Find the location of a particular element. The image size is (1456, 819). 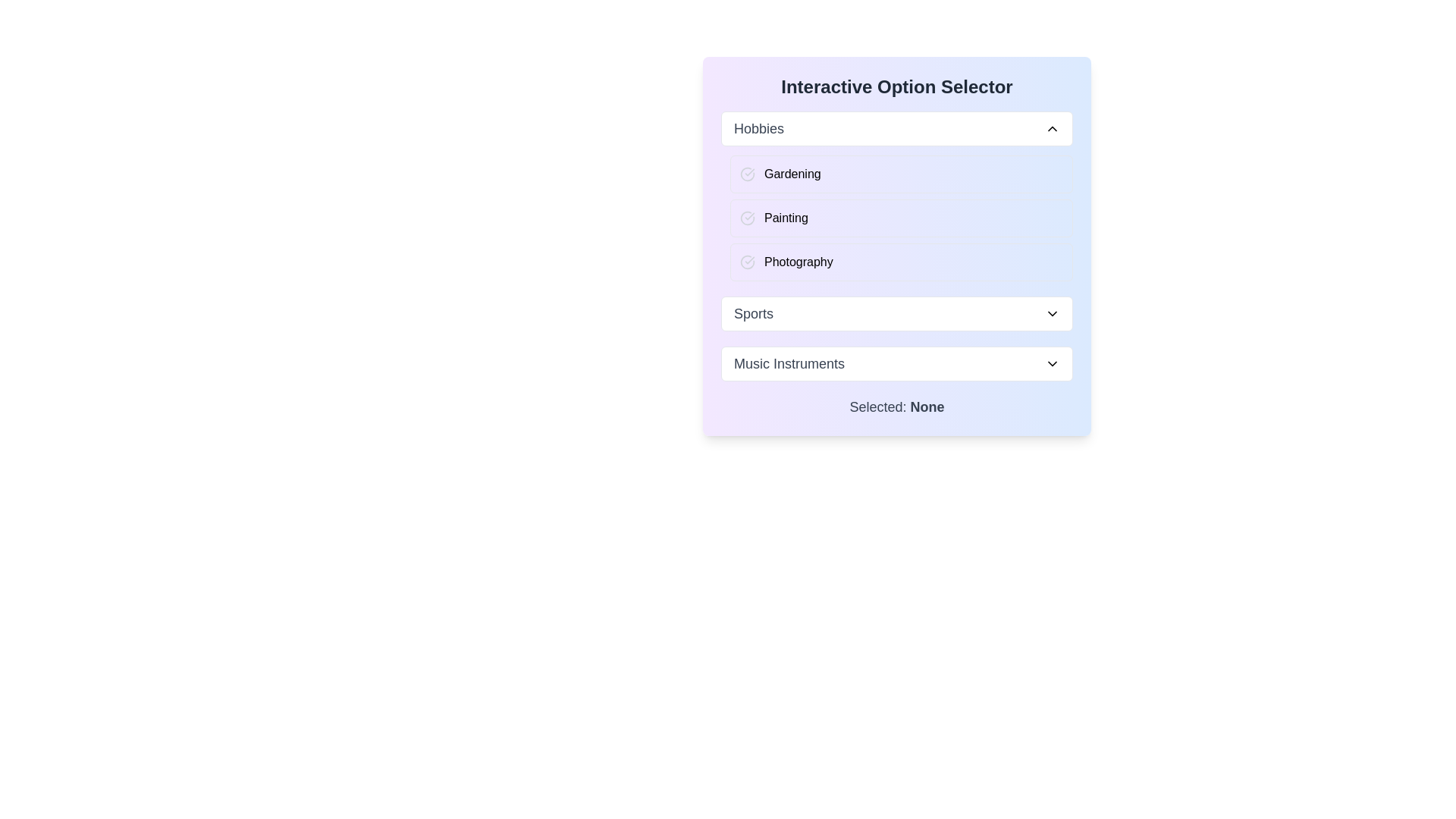

the static text label displaying 'Selected: None', which is centrally positioned at the bottom of the option selector interface is located at coordinates (896, 406).